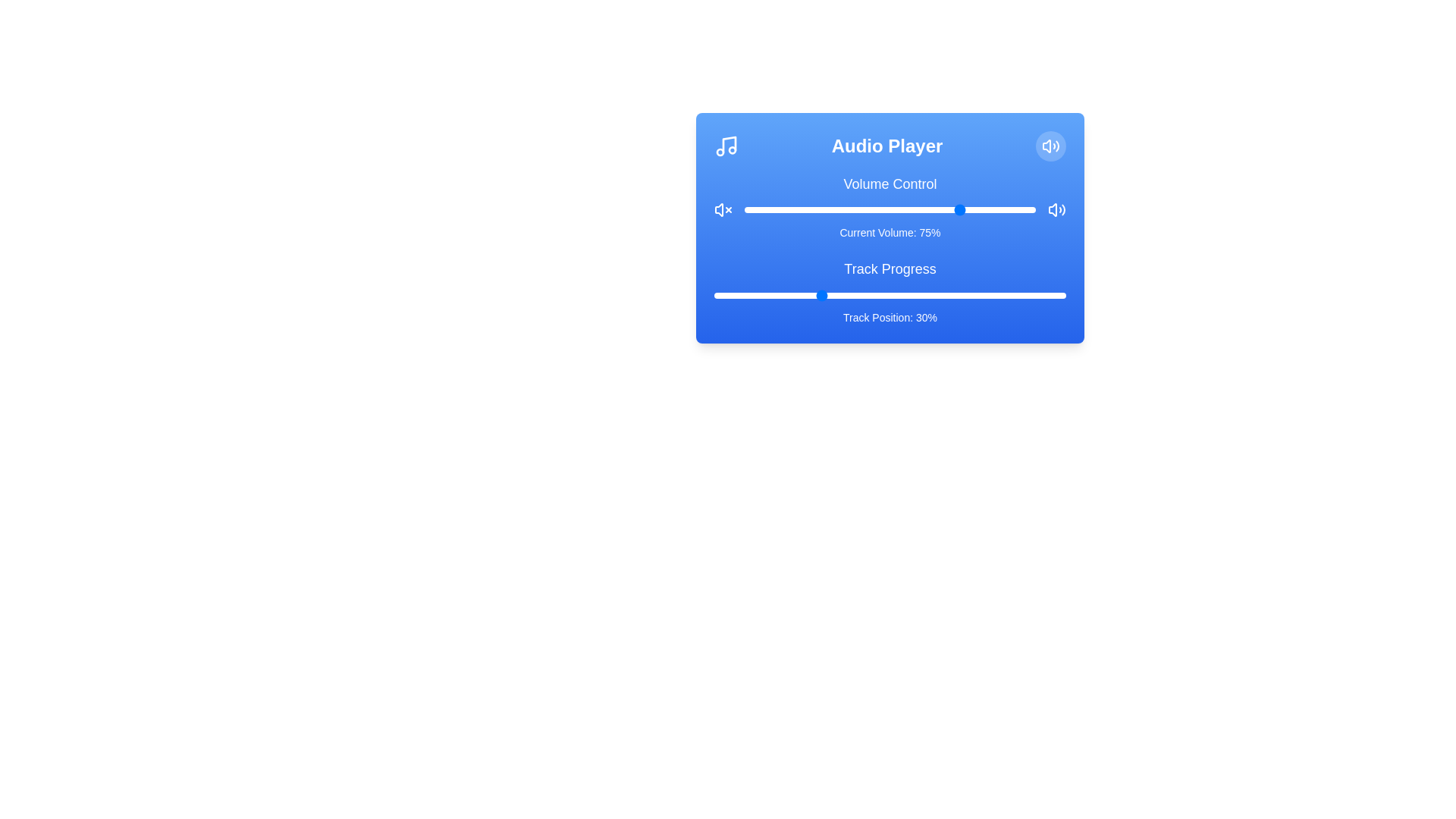  What do you see at coordinates (826, 295) in the screenshot?
I see `the track position` at bounding box center [826, 295].